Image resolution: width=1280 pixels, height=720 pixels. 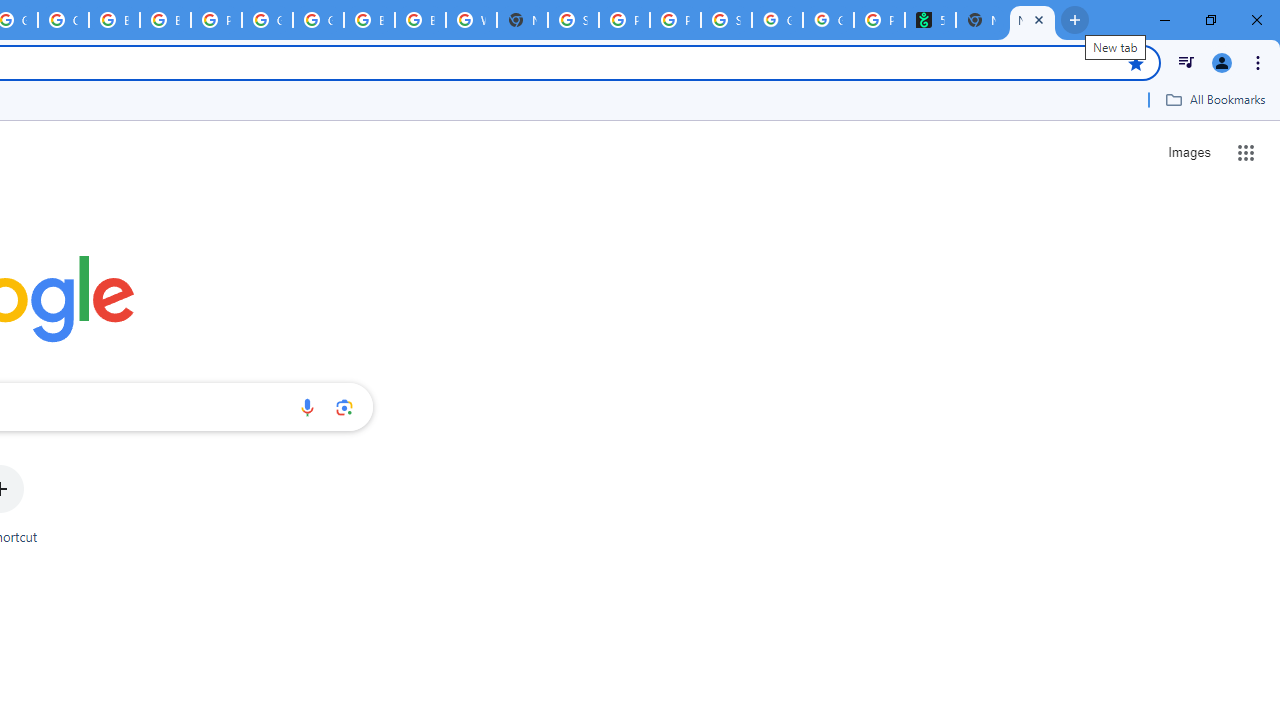 I want to click on 'Sign in - Google Accounts', so click(x=572, y=20).